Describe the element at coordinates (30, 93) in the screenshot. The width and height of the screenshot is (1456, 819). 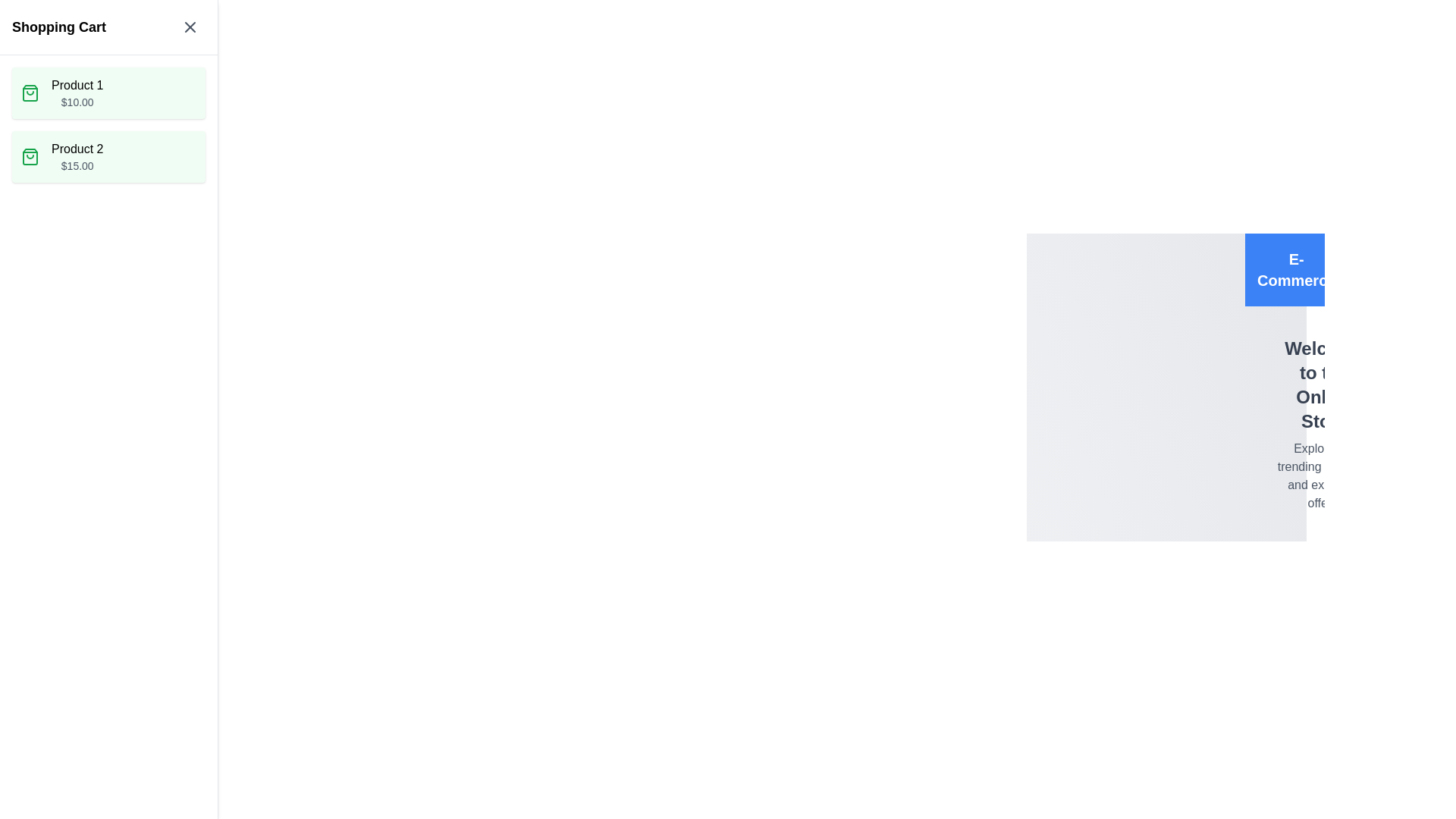
I see `the icon located to the left of 'Product 1' and '$10.00' in the upper-left region of the first product entry within the 'Shopping Cart' section` at that location.